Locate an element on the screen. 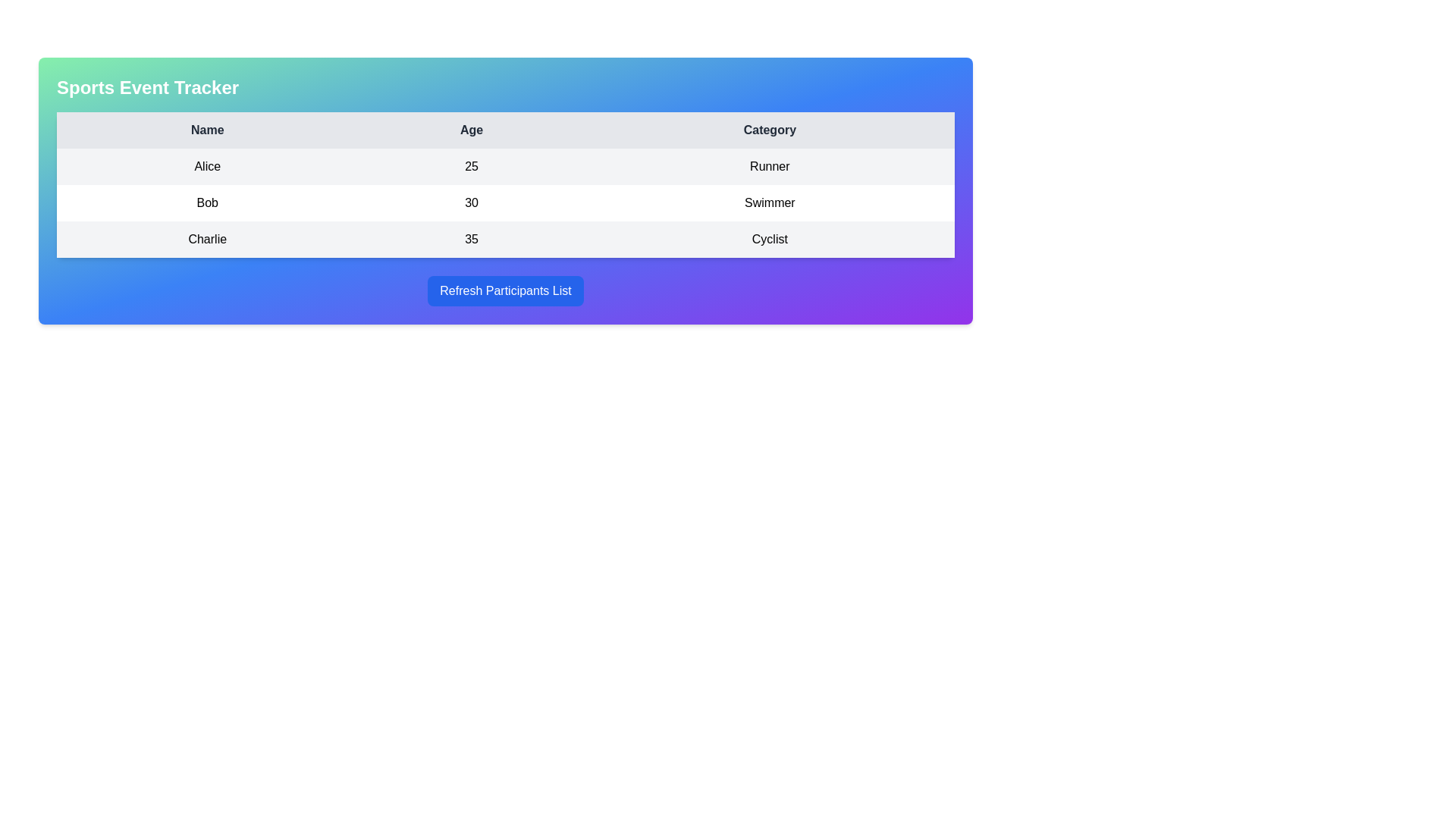 The height and width of the screenshot is (819, 1456). the plain text displaying the number '30' located in the 'Age' column of the table associated with the row for 'Bob Swimmer' is located at coordinates (471, 202).